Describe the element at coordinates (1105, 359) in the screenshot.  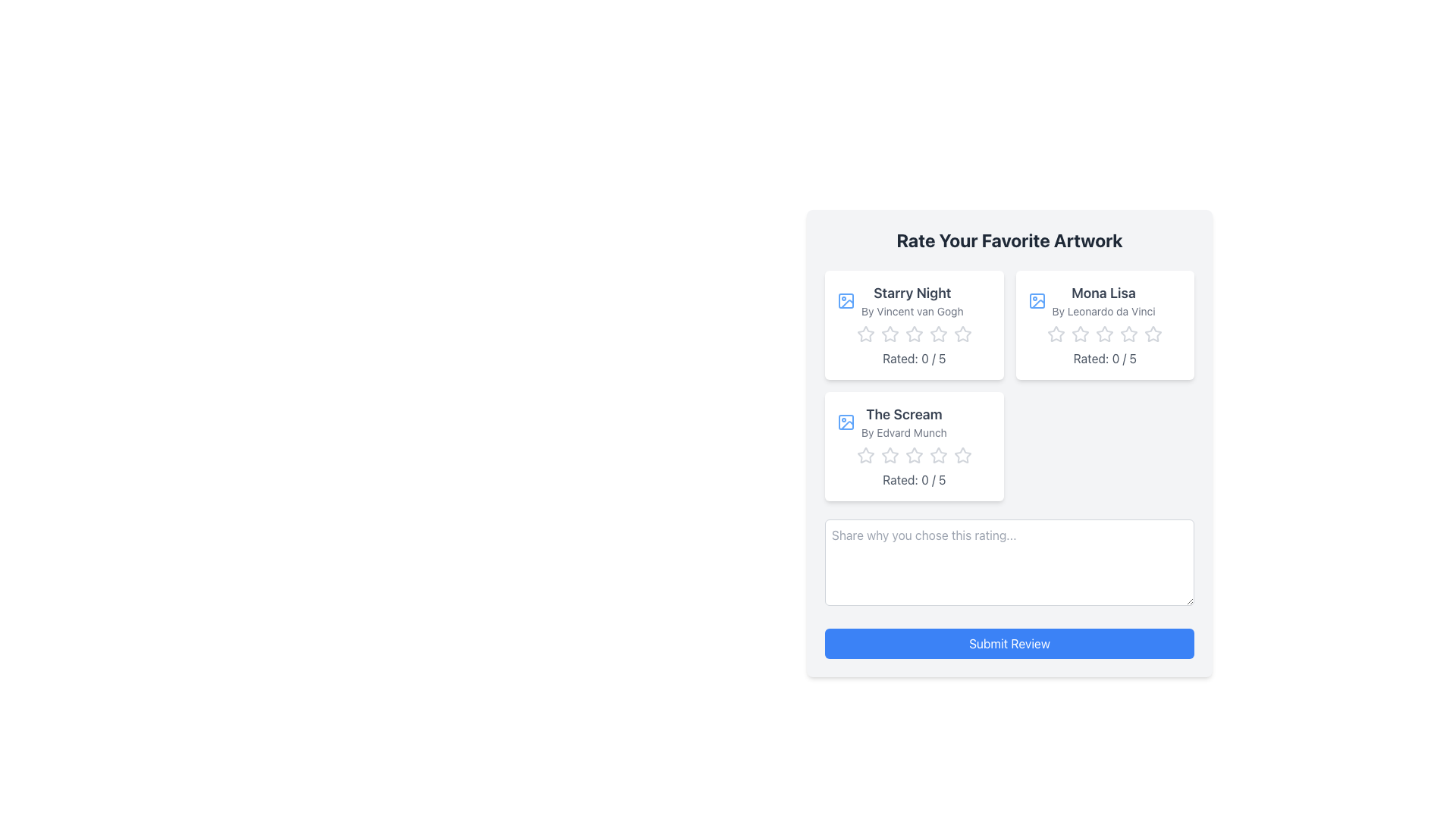
I see `the text label displaying the rating information for the artwork 'Mona Lisa', which shows 'Rated: 0 / 5' and is positioned below the star rating visuals within the white rectangular card` at that location.